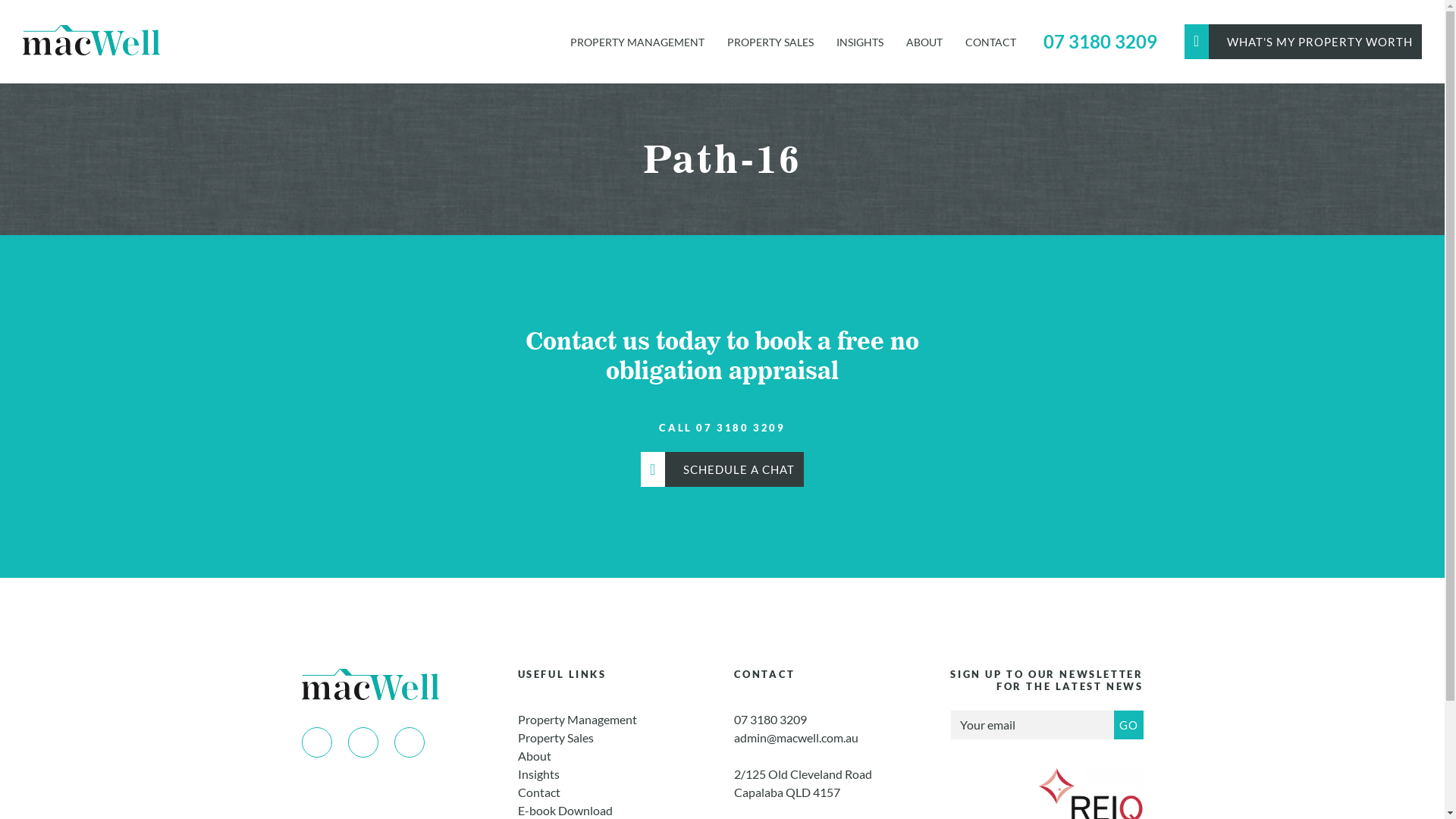 The width and height of the screenshot is (1456, 819). I want to click on 'Instagram', so click(362, 742).